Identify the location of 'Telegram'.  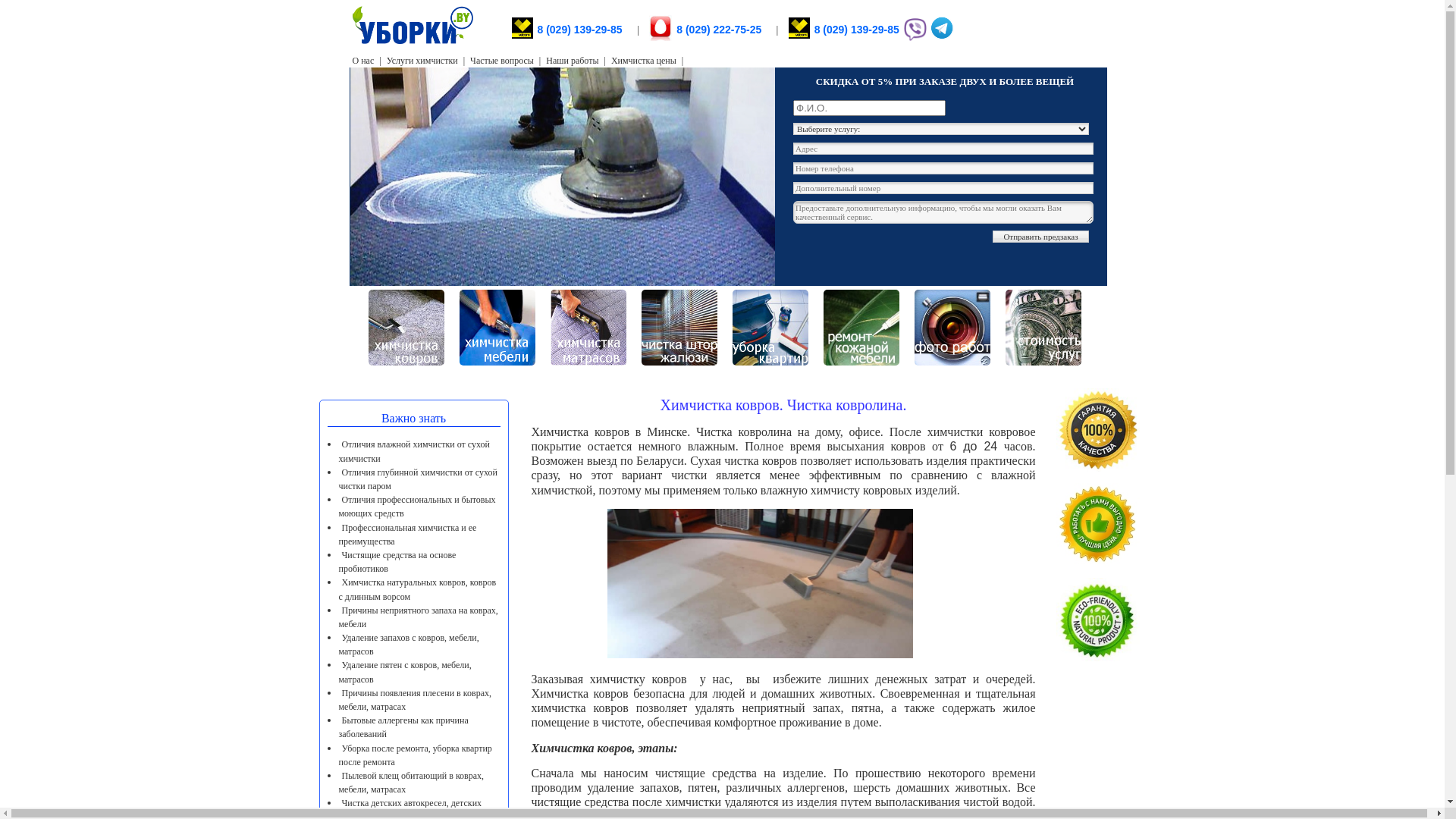
(941, 37).